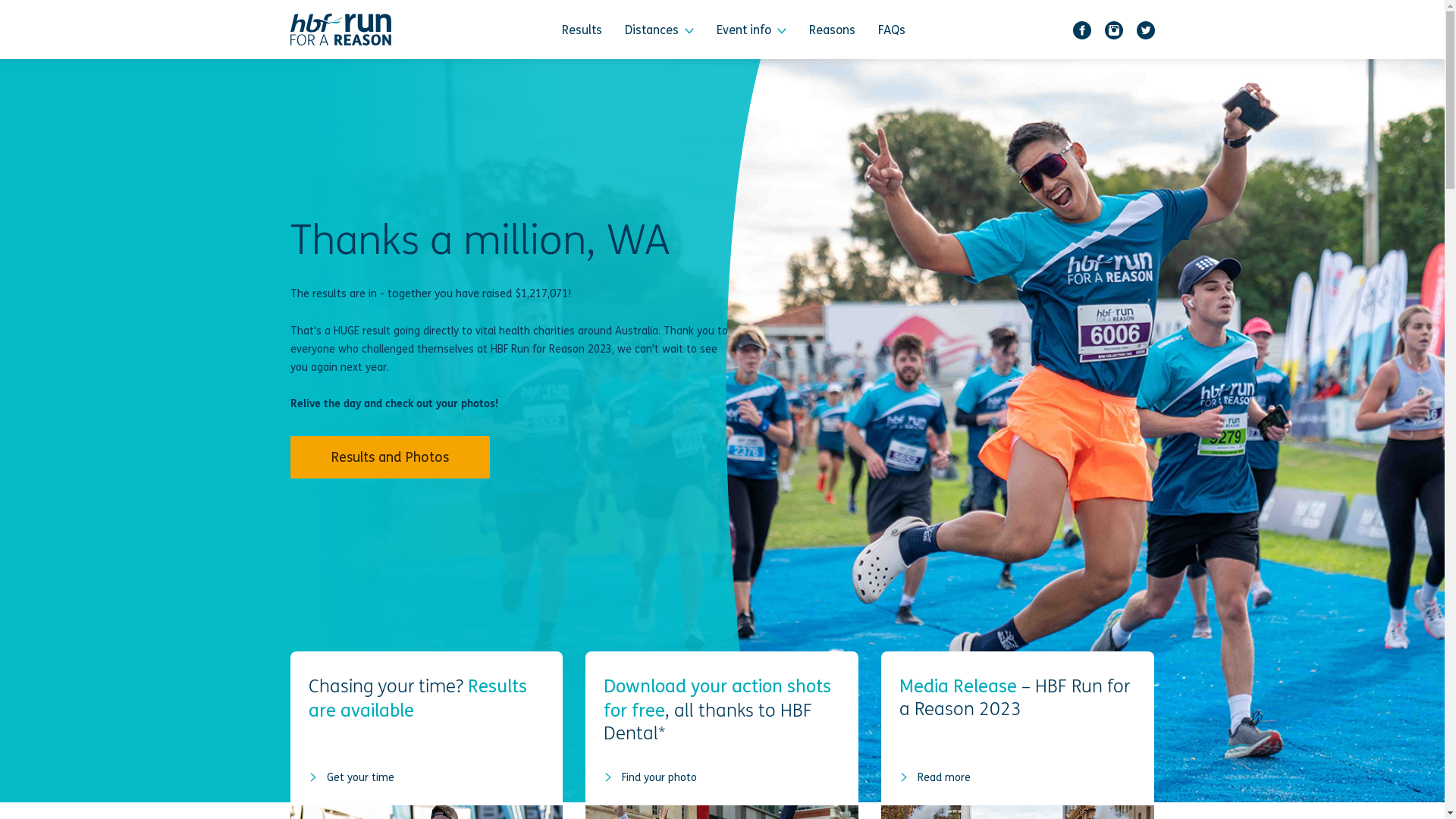 This screenshot has width=1456, height=819. Describe the element at coordinates (831, 29) in the screenshot. I see `'Reasons'` at that location.